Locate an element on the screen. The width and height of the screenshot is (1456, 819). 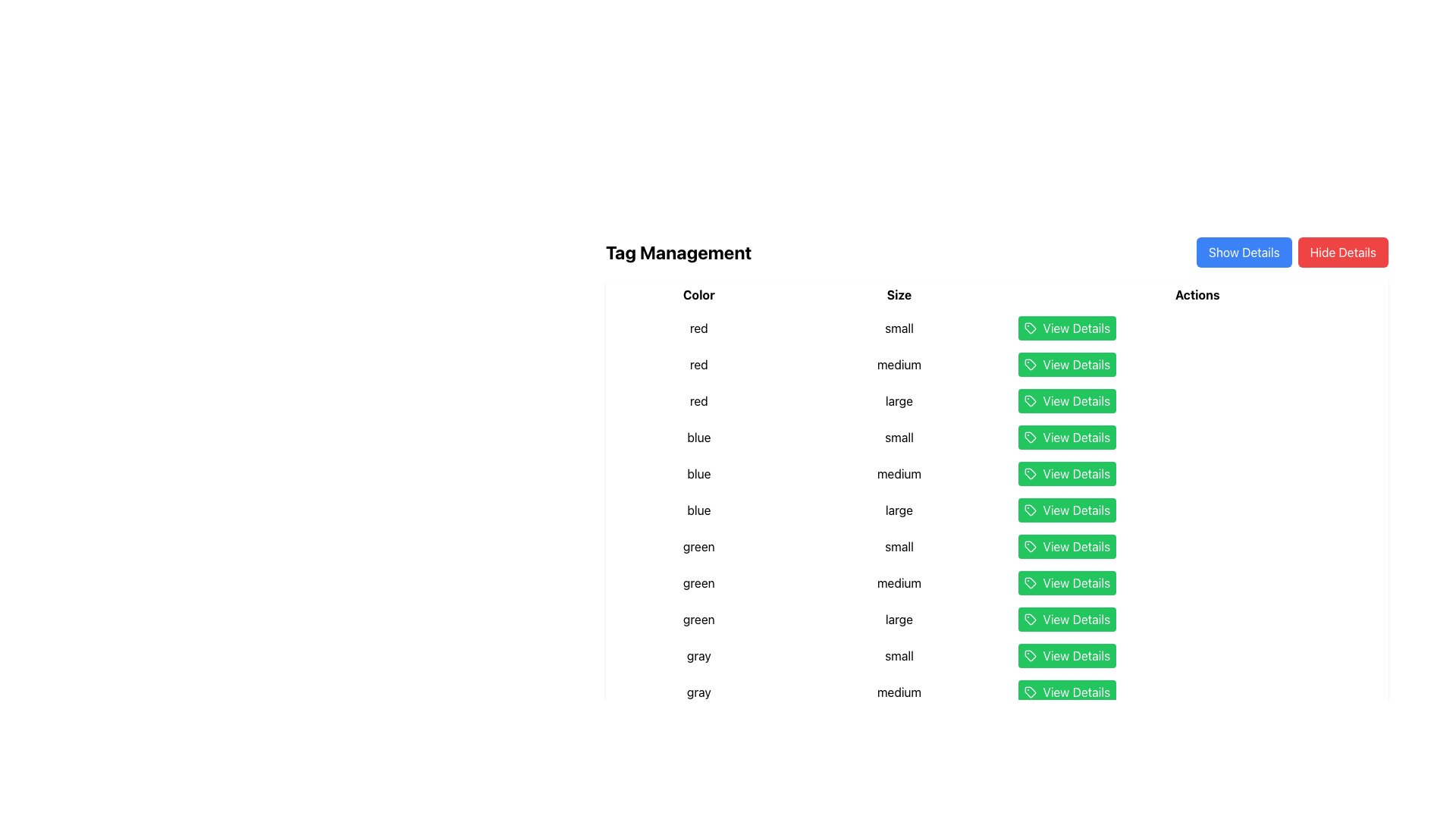
the tag icon located in the 'Actions' column of the table row for the 'blue - medium' item, which is part of the 'View Details' button is located at coordinates (1031, 472).